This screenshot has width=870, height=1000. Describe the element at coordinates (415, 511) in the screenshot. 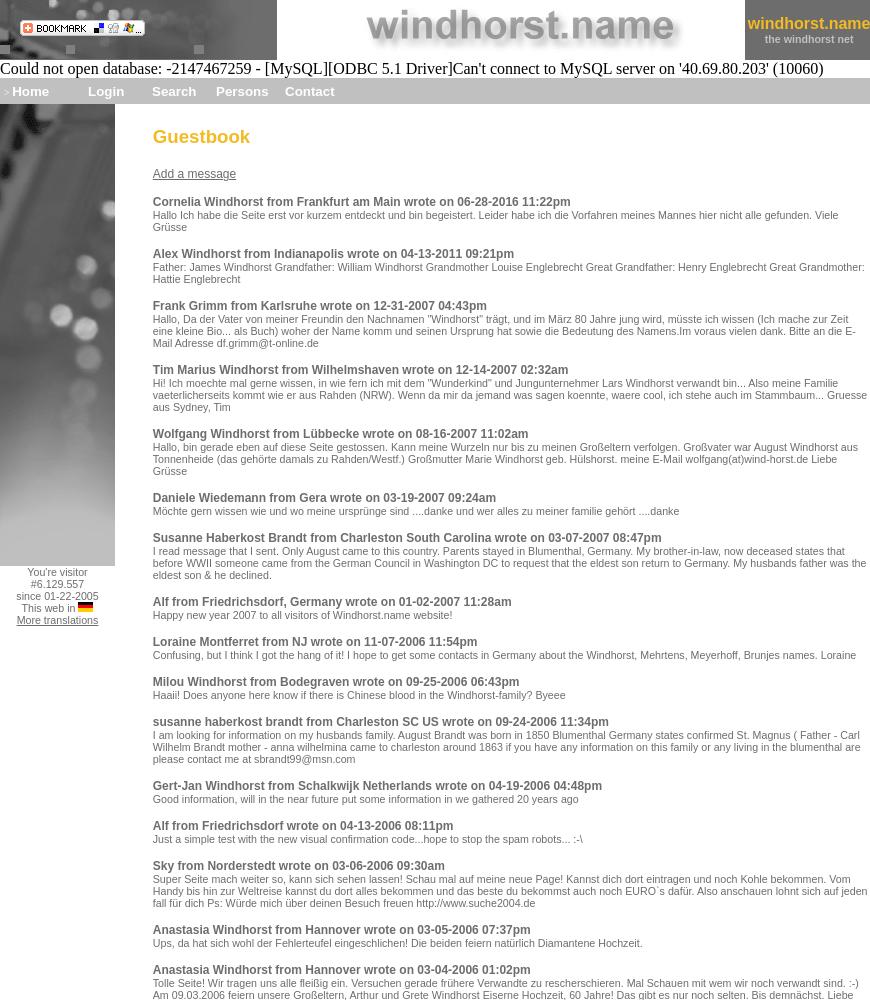

I see `'Möchte gern wissen wie und wo meine ursprünge sind ....danke und wer alles zu meiner familie gehört ....danke'` at that location.